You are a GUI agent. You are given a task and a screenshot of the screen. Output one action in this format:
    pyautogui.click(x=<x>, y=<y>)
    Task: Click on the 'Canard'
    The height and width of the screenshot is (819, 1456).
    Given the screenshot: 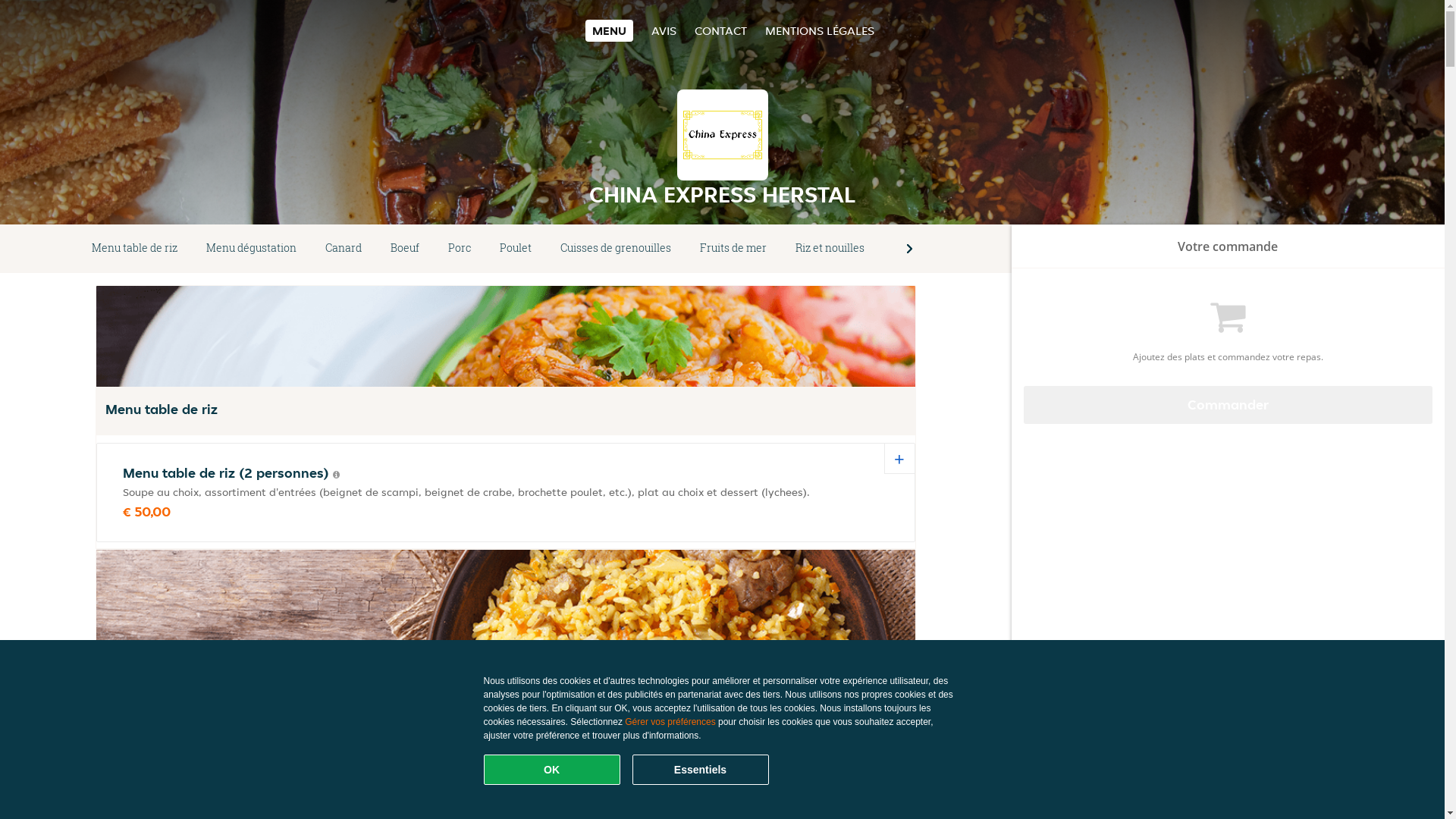 What is the action you would take?
    pyautogui.click(x=342, y=247)
    